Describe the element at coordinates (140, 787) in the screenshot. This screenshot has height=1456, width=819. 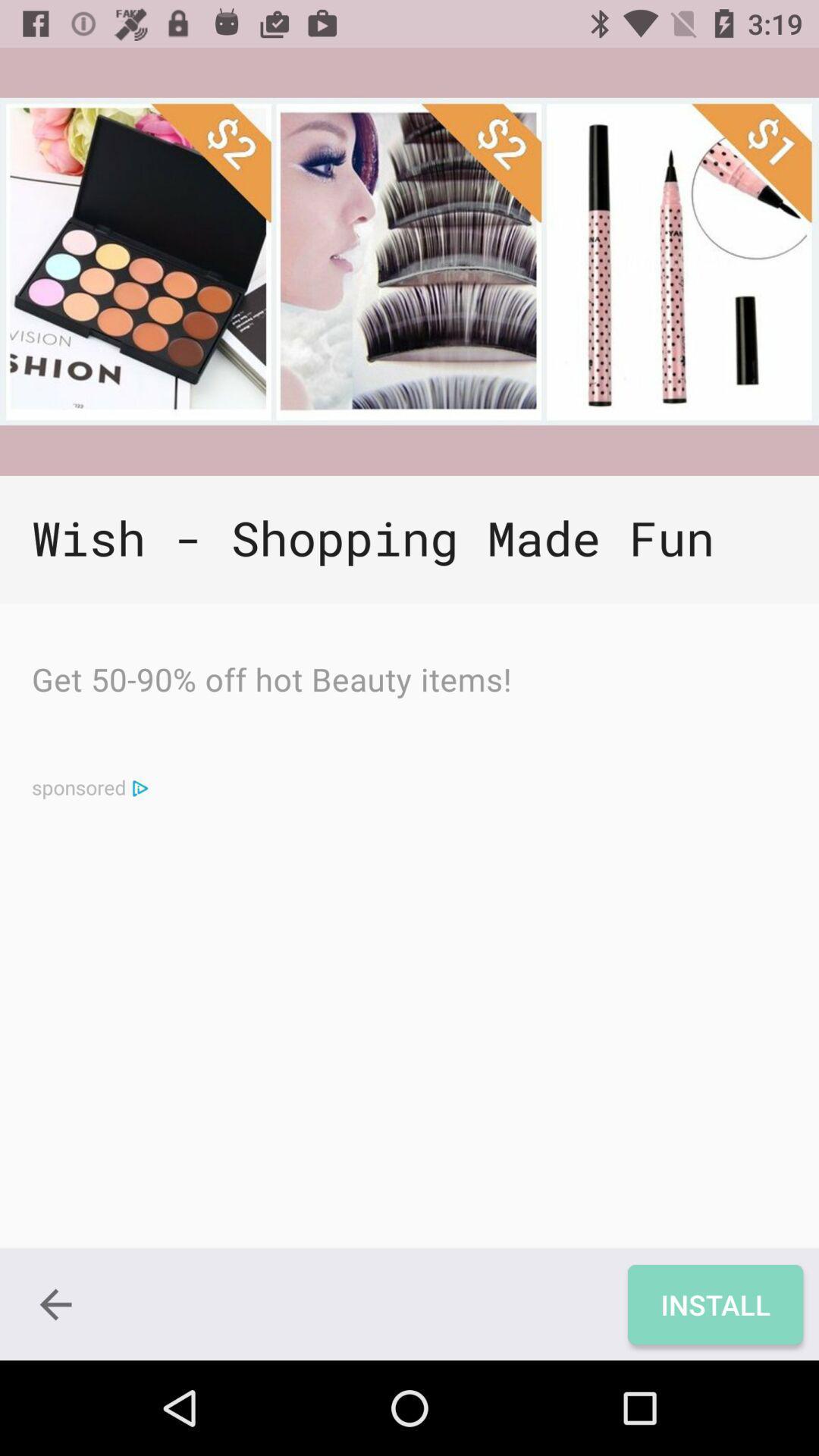
I see `the icon below the get 50 90` at that location.